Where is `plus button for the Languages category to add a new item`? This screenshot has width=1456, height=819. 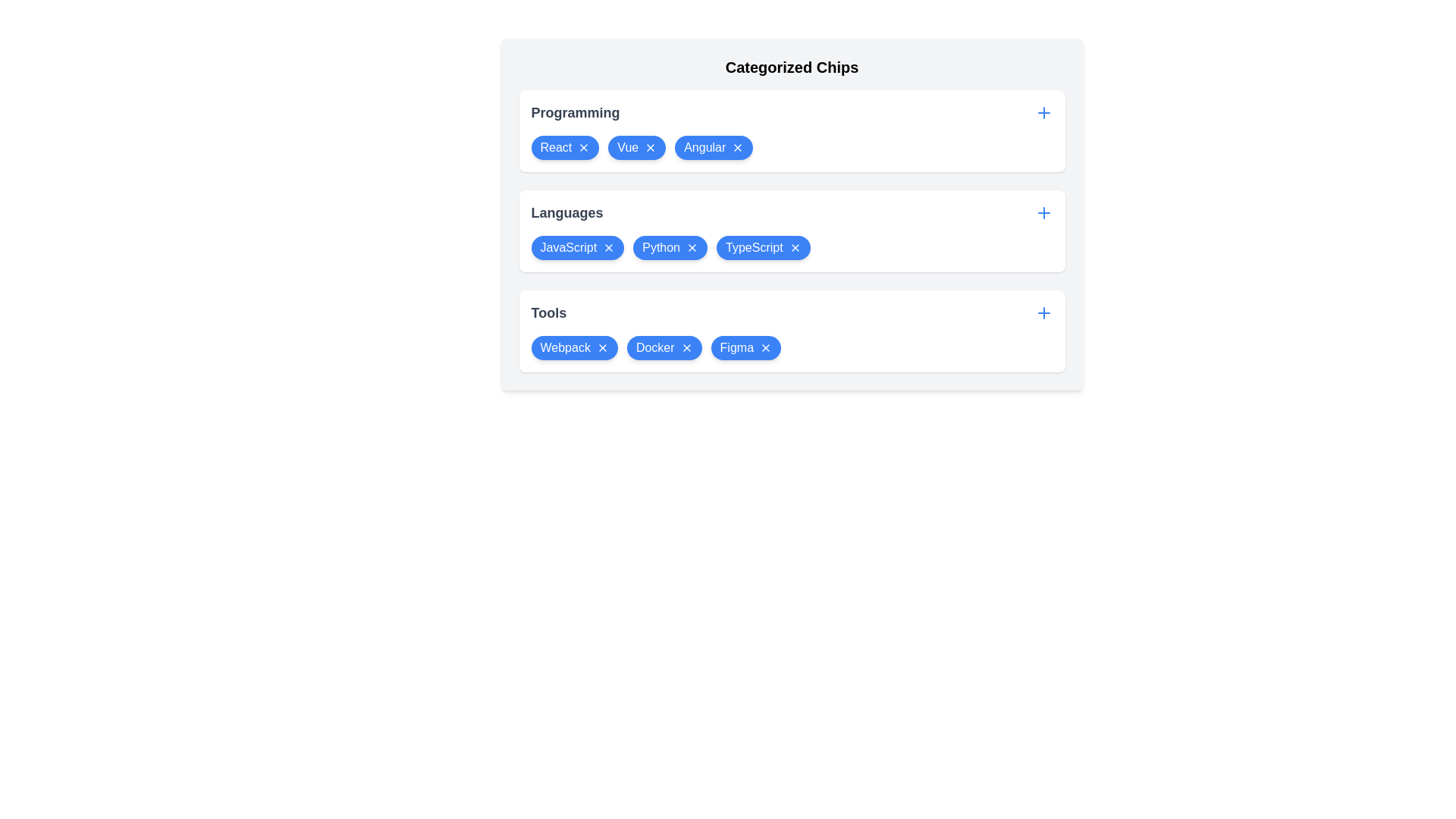
plus button for the Languages category to add a new item is located at coordinates (1043, 213).